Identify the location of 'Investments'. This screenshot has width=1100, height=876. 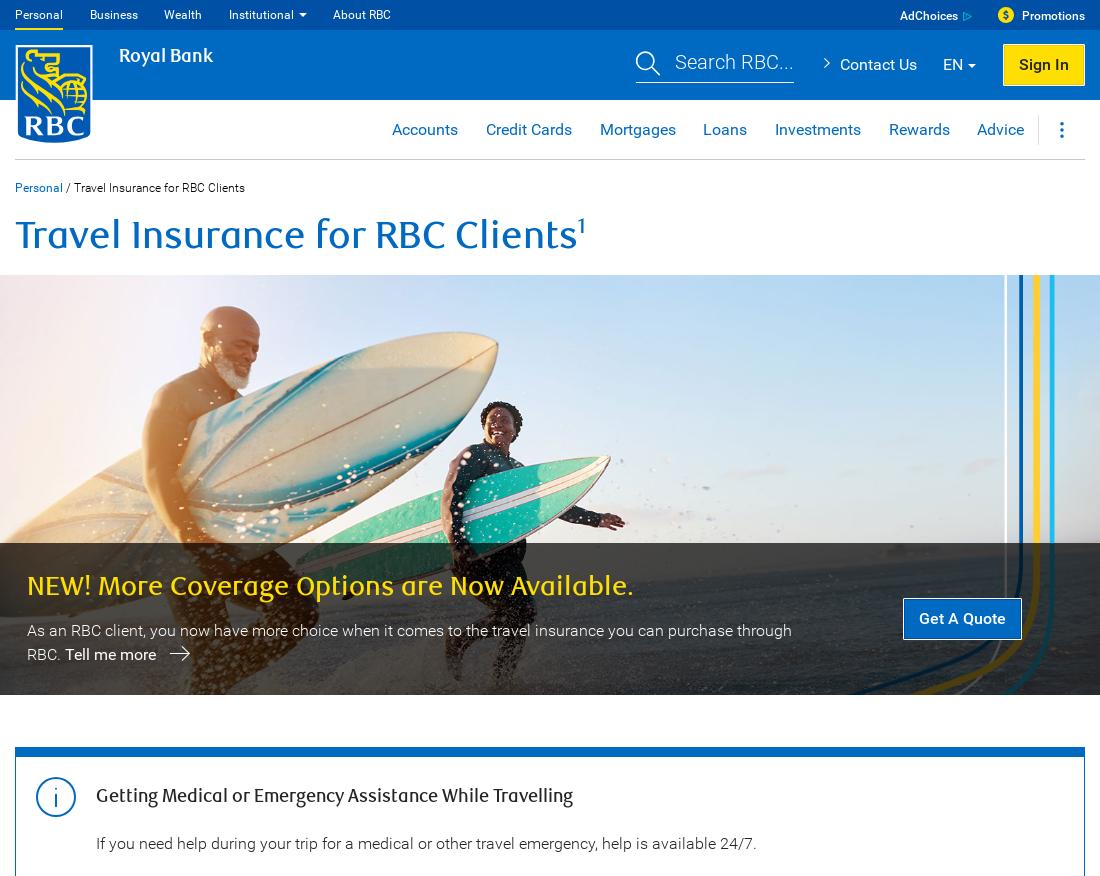
(816, 127).